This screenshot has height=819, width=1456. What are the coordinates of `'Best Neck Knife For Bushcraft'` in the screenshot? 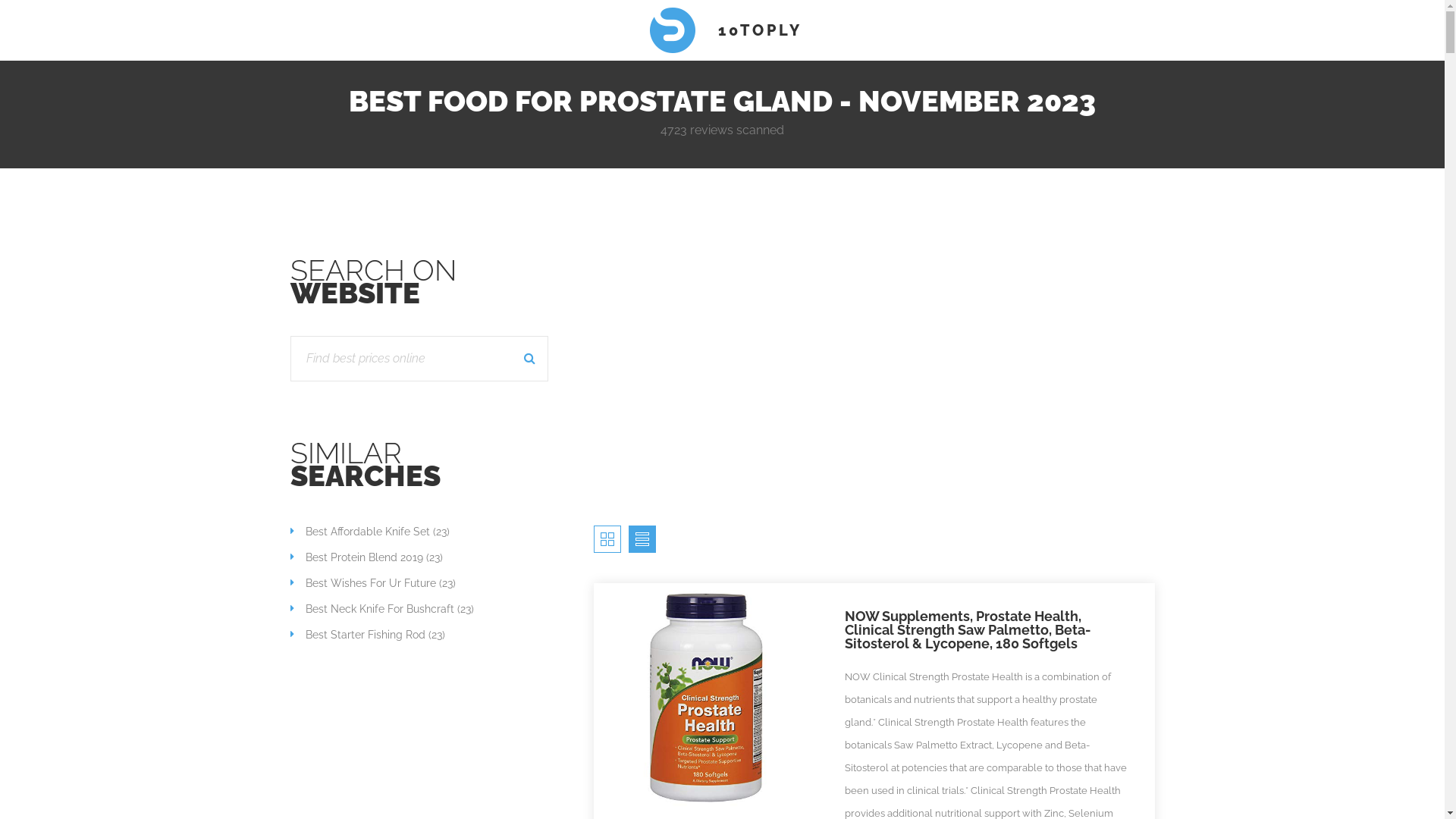 It's located at (290, 607).